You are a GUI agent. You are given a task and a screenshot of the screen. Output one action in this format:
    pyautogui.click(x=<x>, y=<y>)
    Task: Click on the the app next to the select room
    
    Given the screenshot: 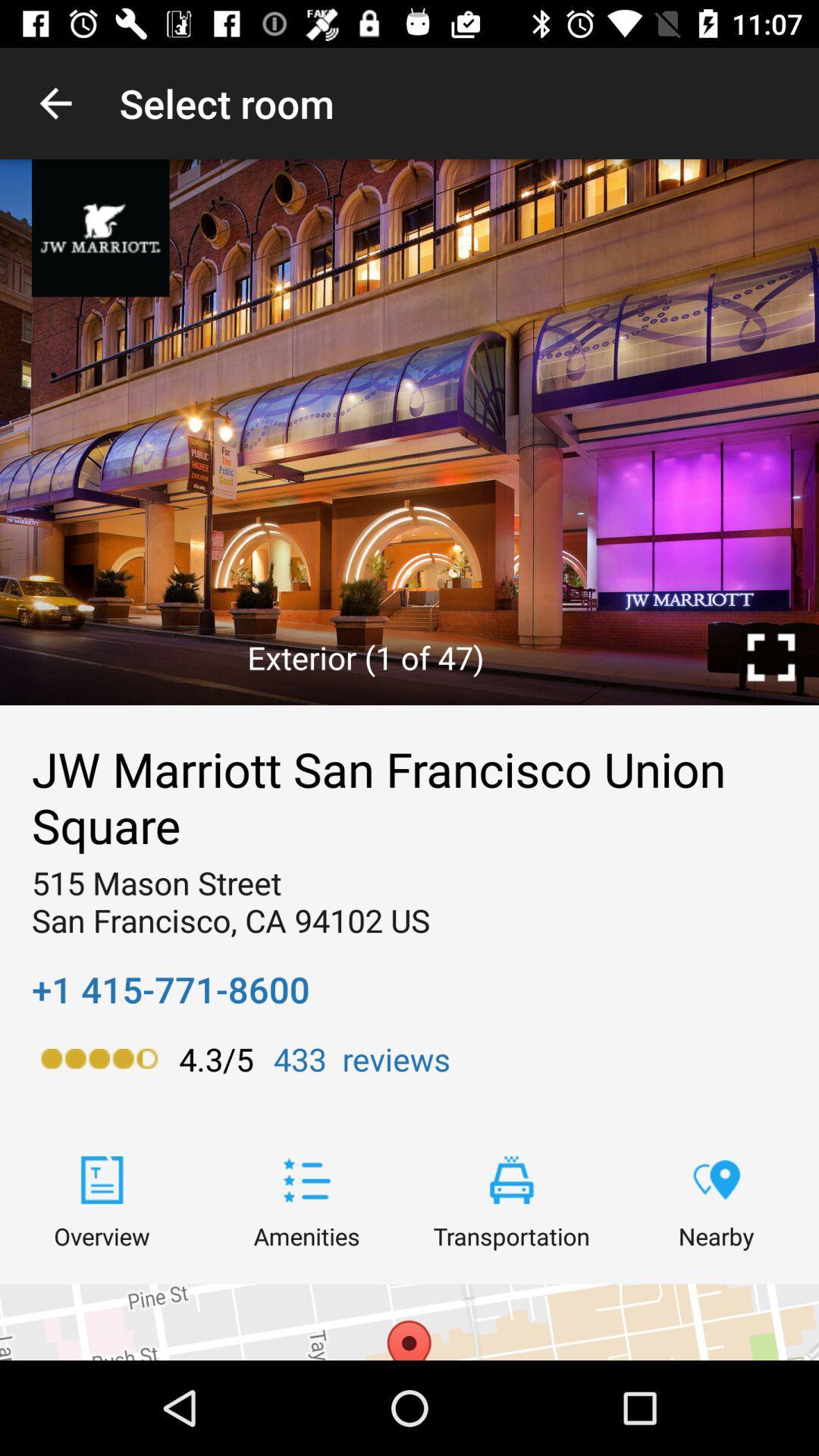 What is the action you would take?
    pyautogui.click(x=55, y=102)
    